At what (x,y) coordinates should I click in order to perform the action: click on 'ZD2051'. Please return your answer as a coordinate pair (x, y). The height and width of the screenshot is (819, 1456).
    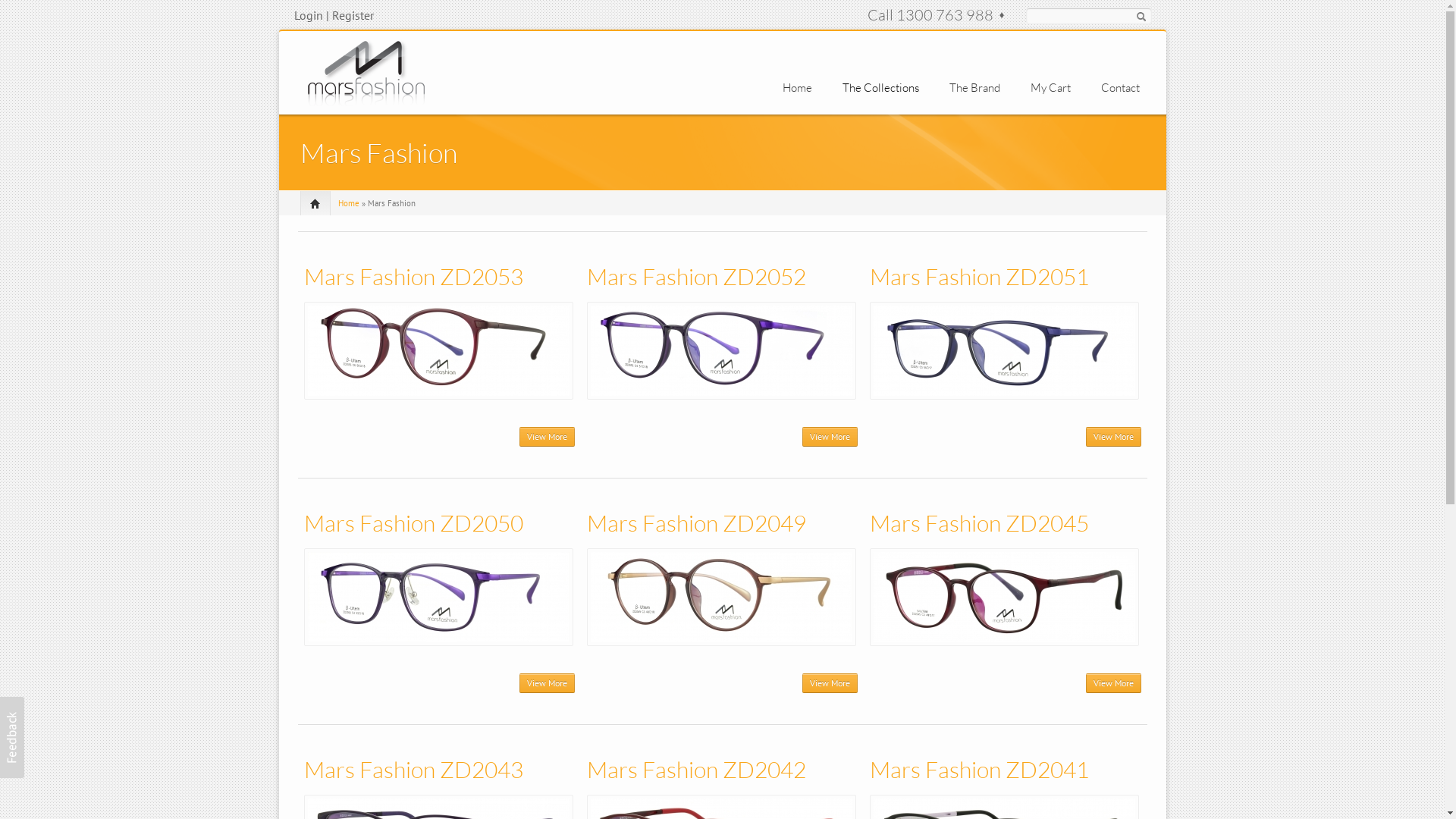
    Looking at the image, I should click on (1004, 350).